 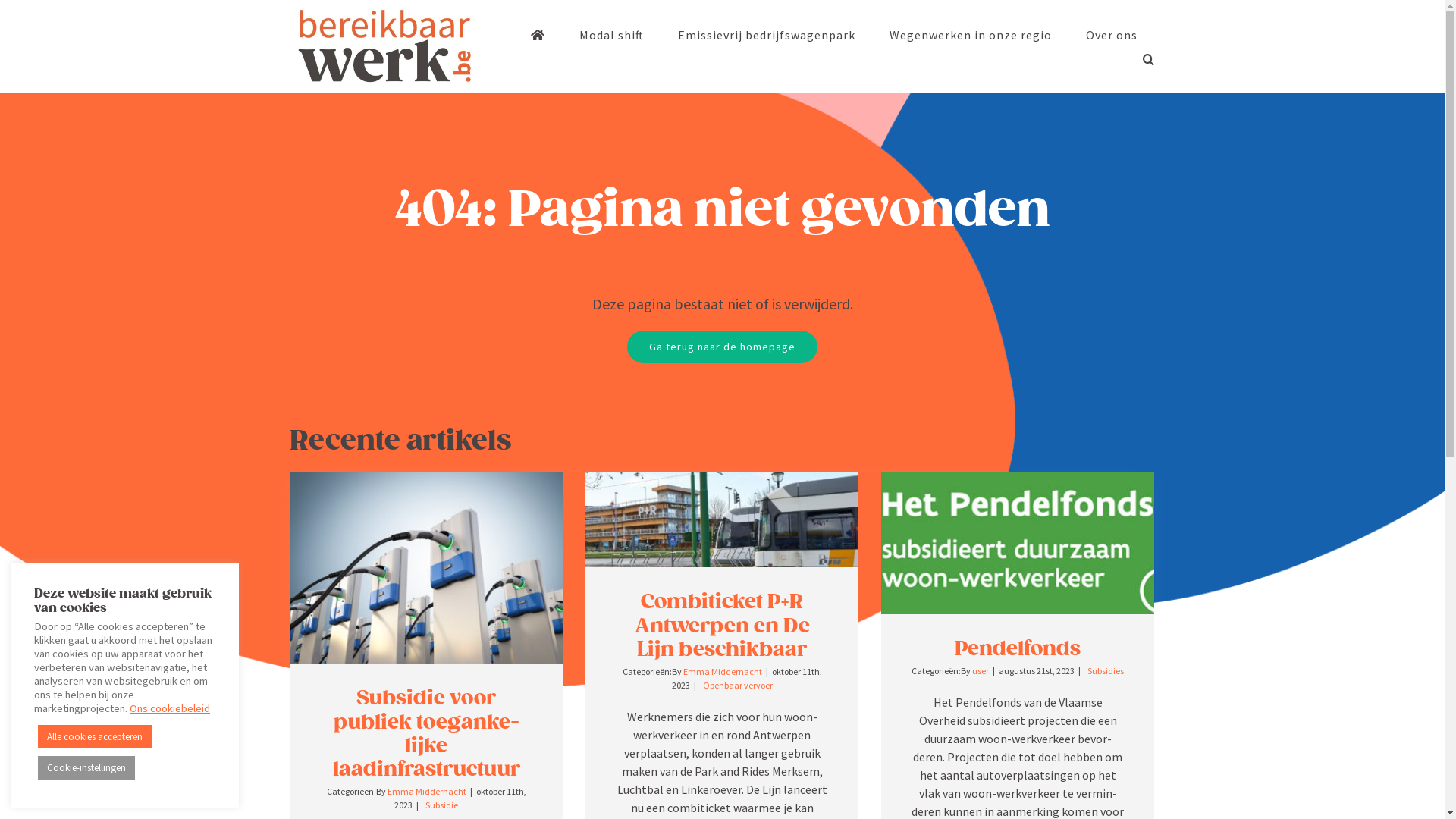 What do you see at coordinates (130, 708) in the screenshot?
I see `'Ons cookiebeleid'` at bounding box center [130, 708].